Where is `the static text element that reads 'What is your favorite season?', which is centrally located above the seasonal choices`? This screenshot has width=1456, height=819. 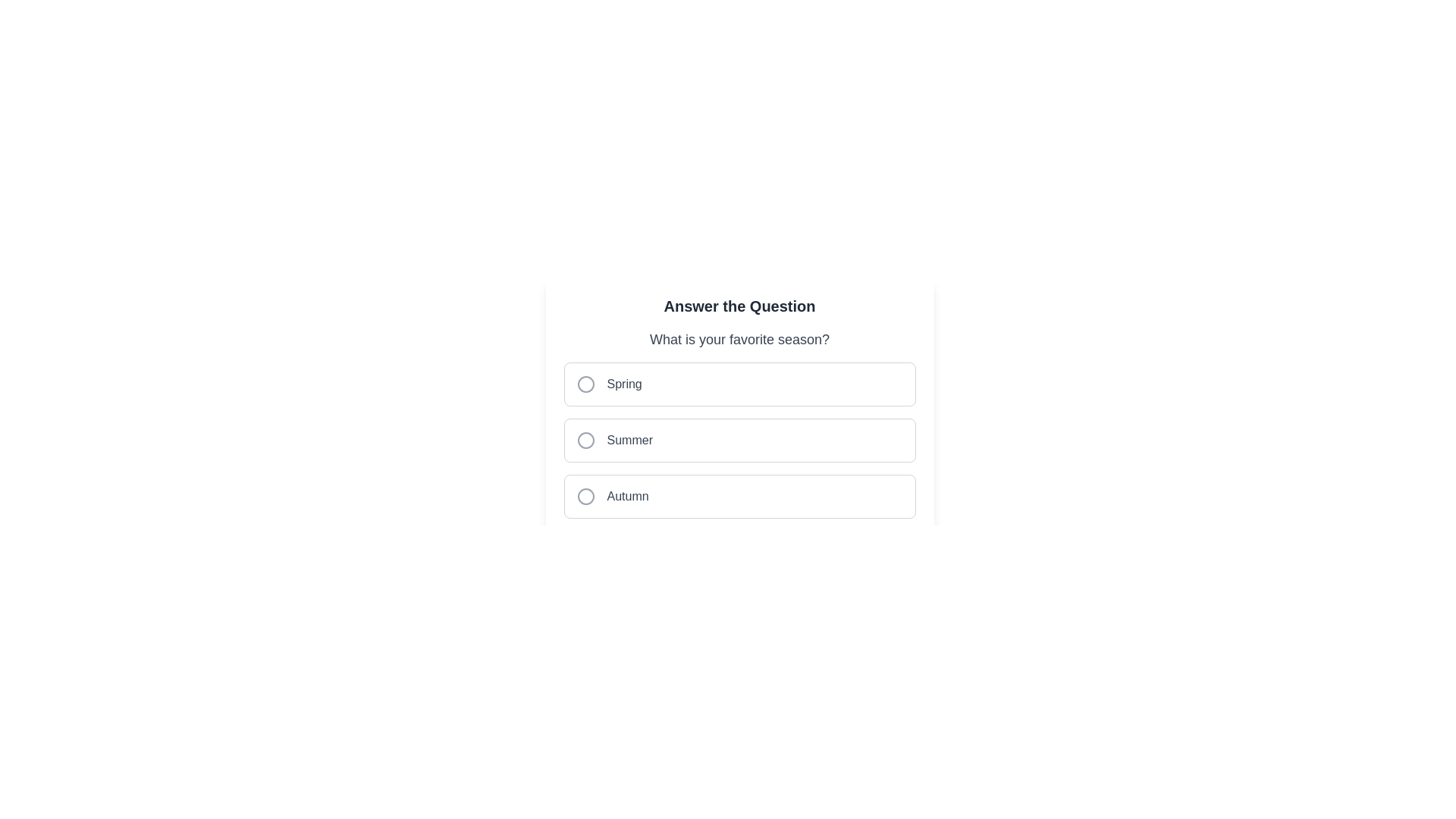
the static text element that reads 'What is your favorite season?', which is centrally located above the seasonal choices is located at coordinates (739, 338).